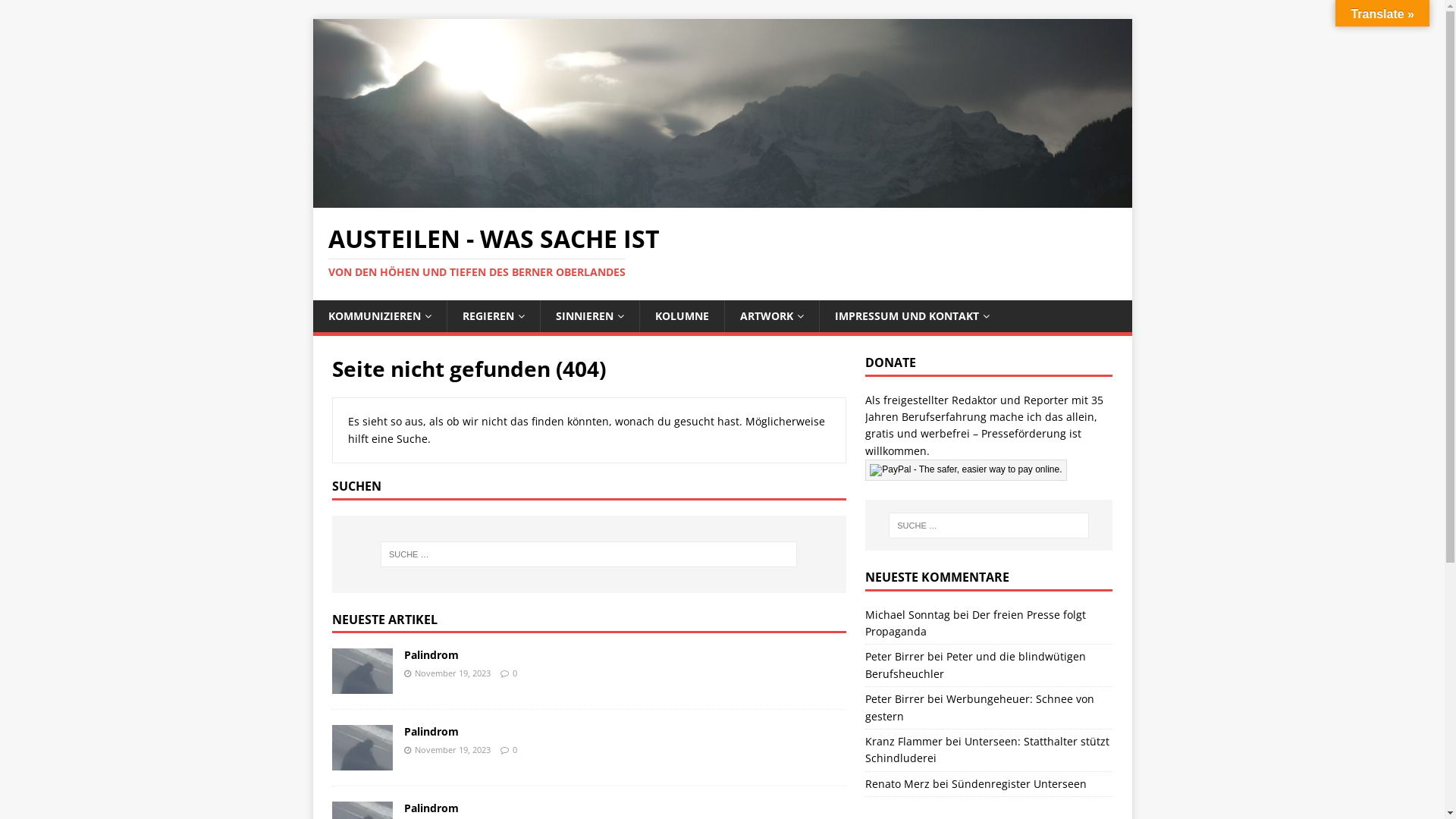 The image size is (1456, 819). Describe the element at coordinates (513, 672) in the screenshot. I see `'0'` at that location.